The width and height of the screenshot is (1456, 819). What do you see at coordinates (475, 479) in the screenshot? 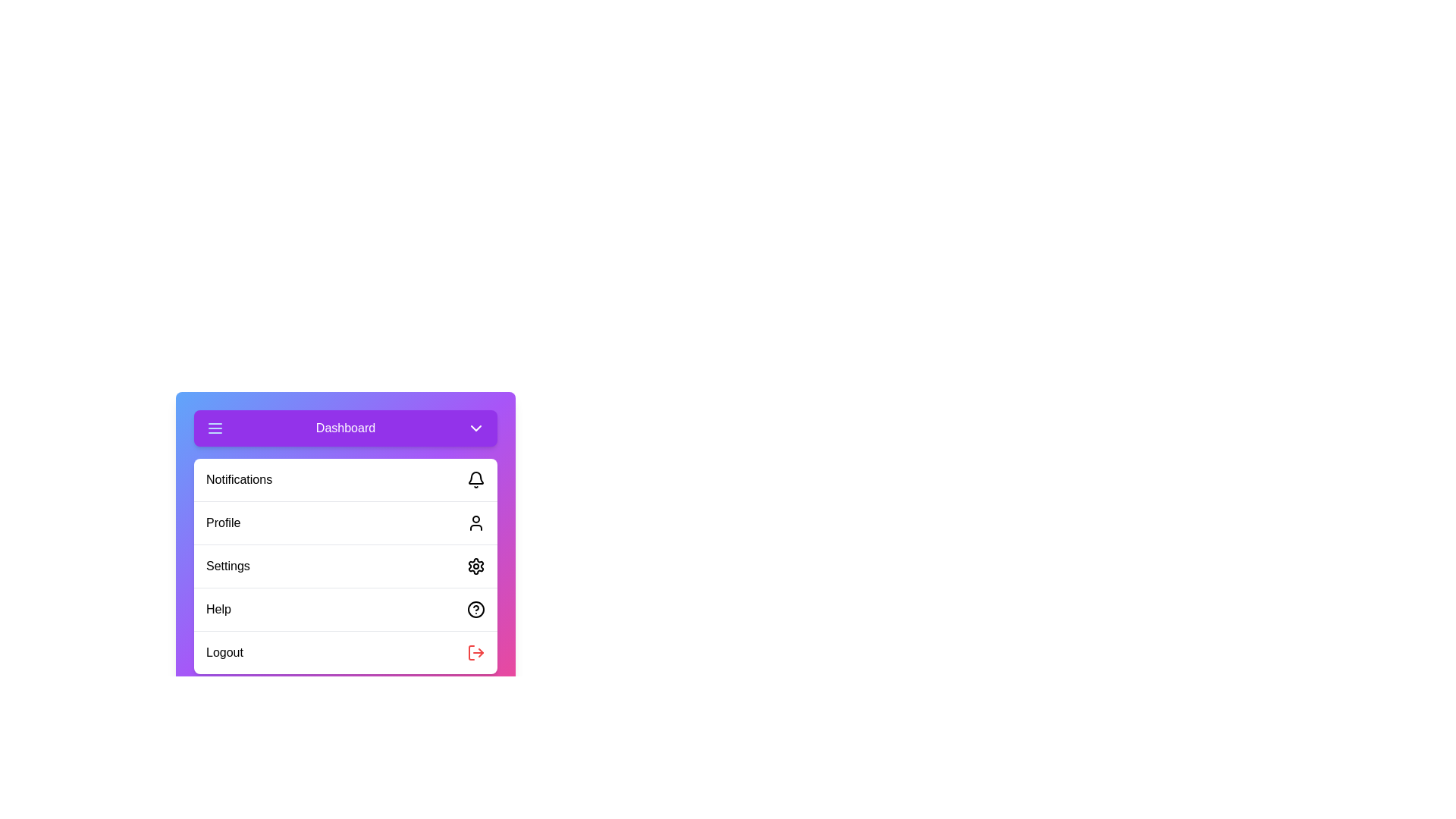
I see `the icon next to the menu item Notifications` at bounding box center [475, 479].